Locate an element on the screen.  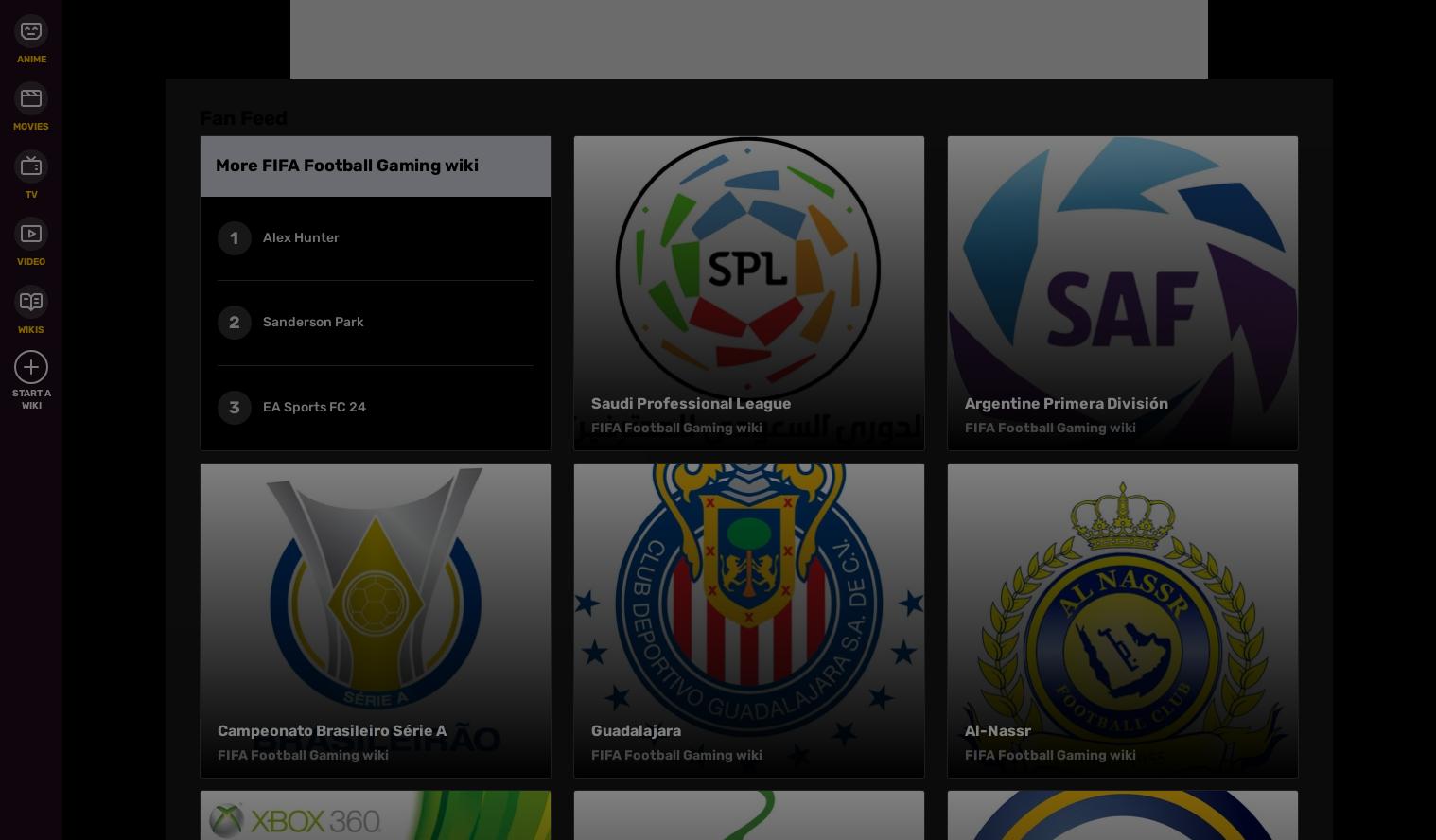
'Follow Us' is located at coordinates (315, 63).